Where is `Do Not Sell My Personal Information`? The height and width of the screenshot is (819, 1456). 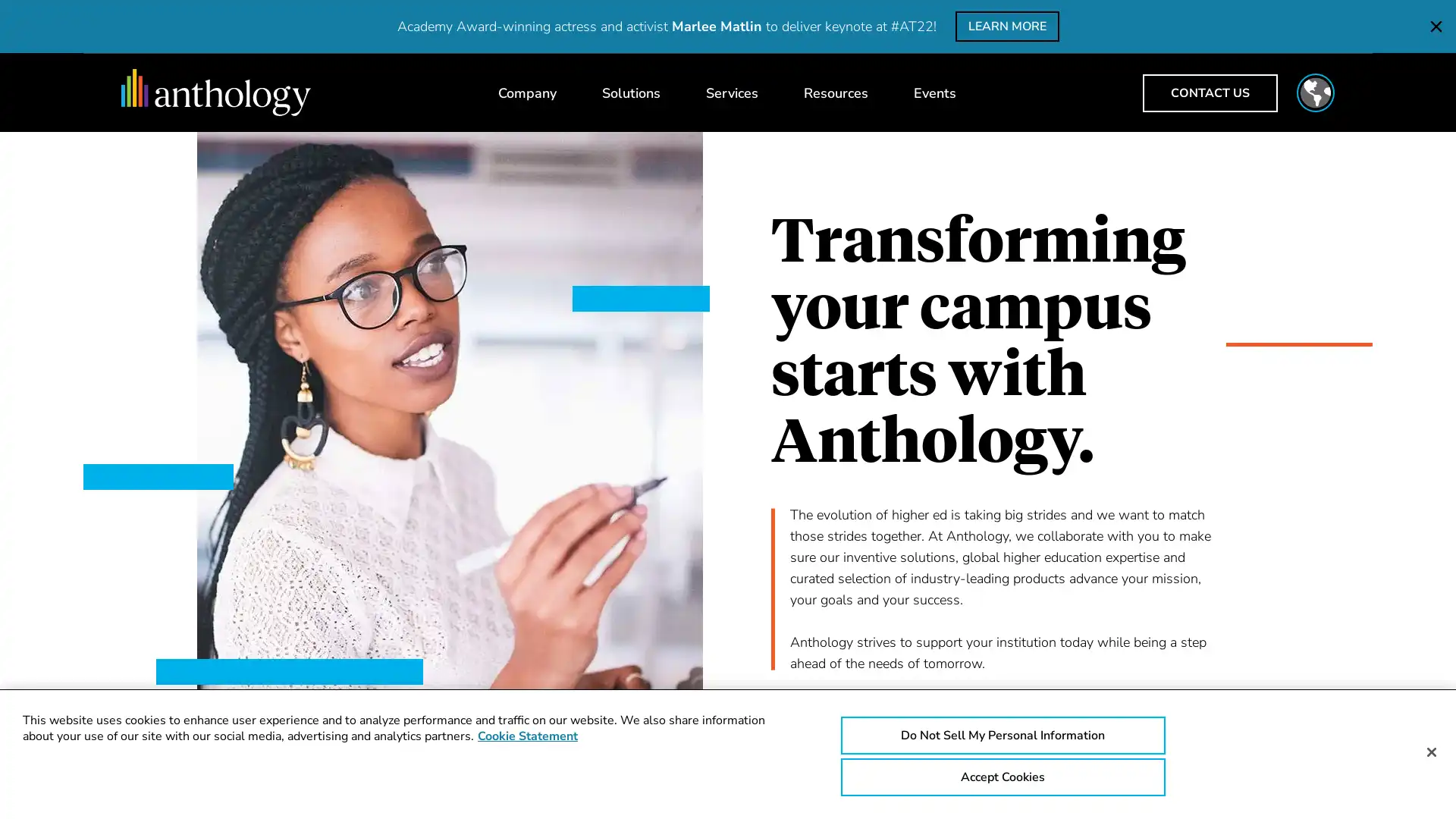 Do Not Sell My Personal Information is located at coordinates (1002, 734).